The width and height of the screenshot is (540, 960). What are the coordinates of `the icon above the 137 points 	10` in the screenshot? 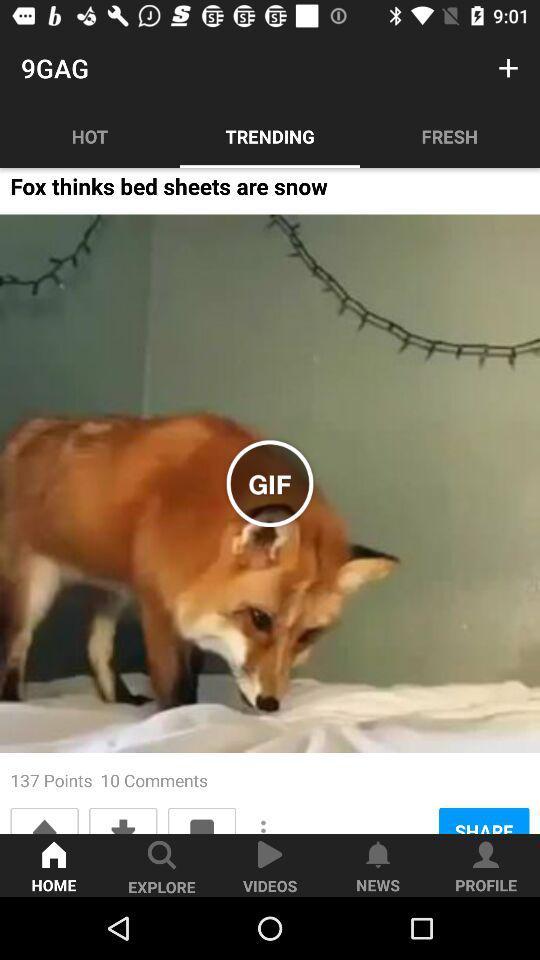 It's located at (270, 482).